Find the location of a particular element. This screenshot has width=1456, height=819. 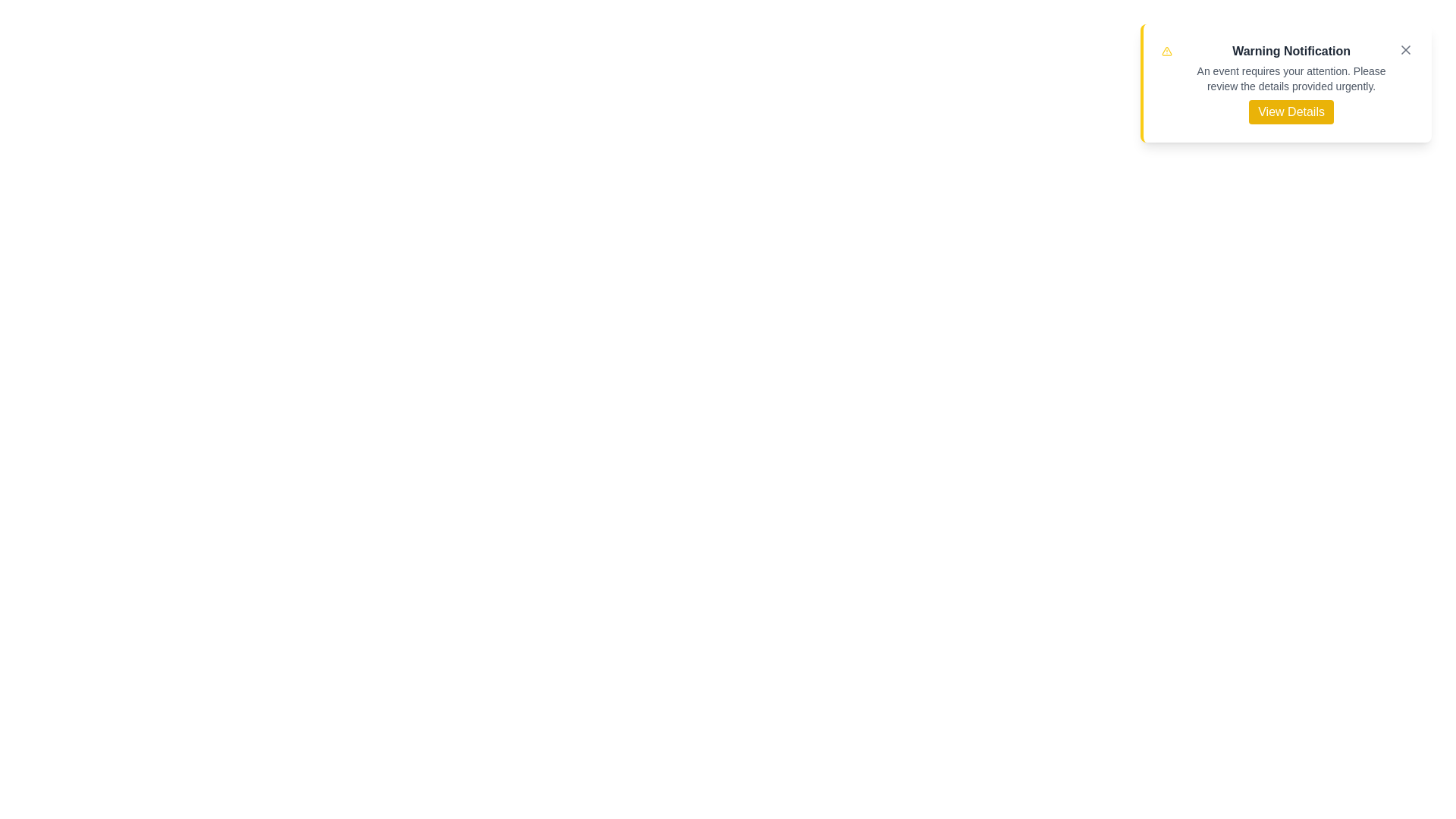

the warning icon to interact with it is located at coordinates (1166, 51).